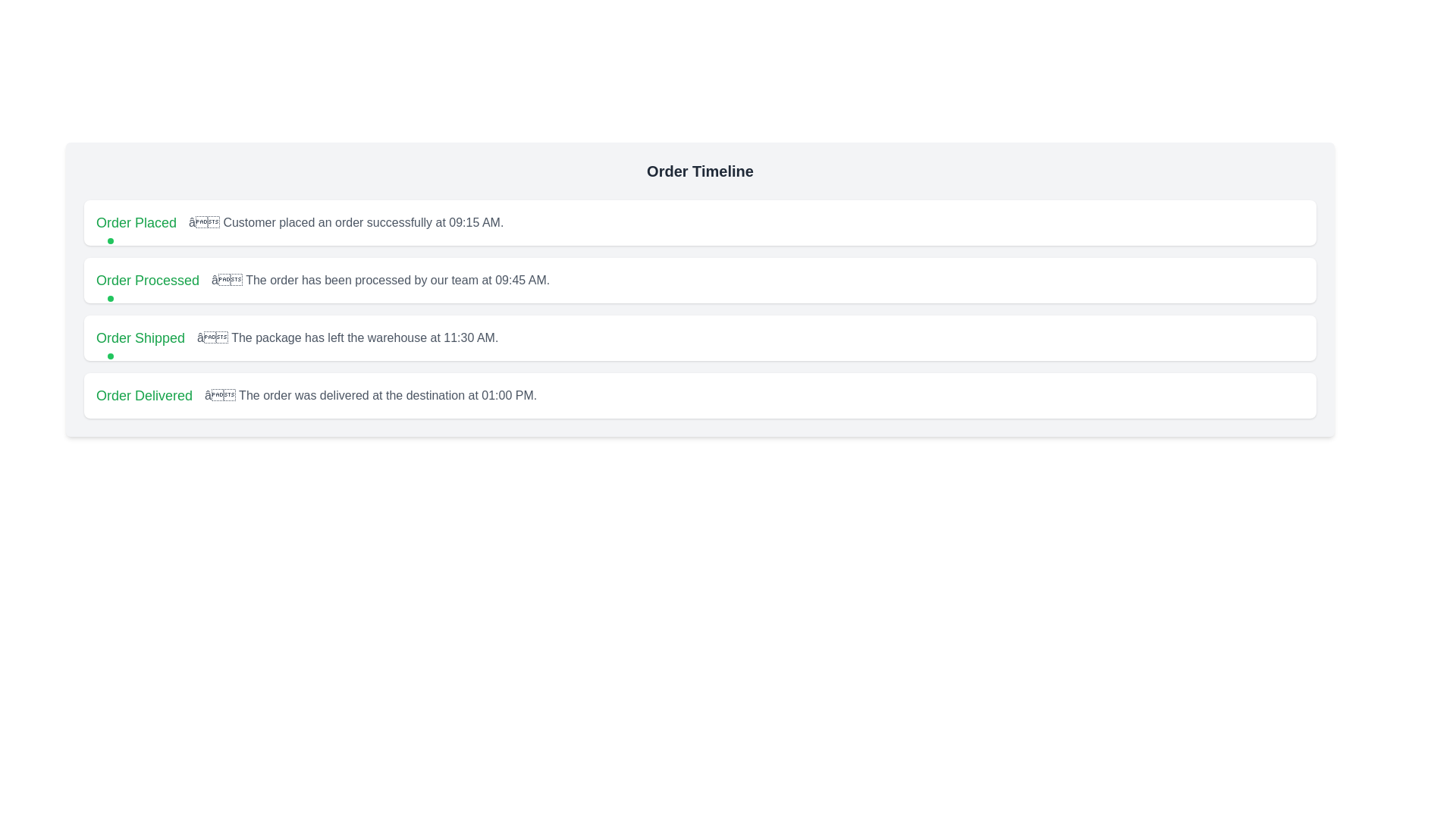  Describe the element at coordinates (381, 281) in the screenshot. I see `the text label displaying '– The order has been processed by our team at 09:45 AM.' which is located below 'Order Placed' and above 'Order Shipped', aligned with 'Order Processed'` at that location.